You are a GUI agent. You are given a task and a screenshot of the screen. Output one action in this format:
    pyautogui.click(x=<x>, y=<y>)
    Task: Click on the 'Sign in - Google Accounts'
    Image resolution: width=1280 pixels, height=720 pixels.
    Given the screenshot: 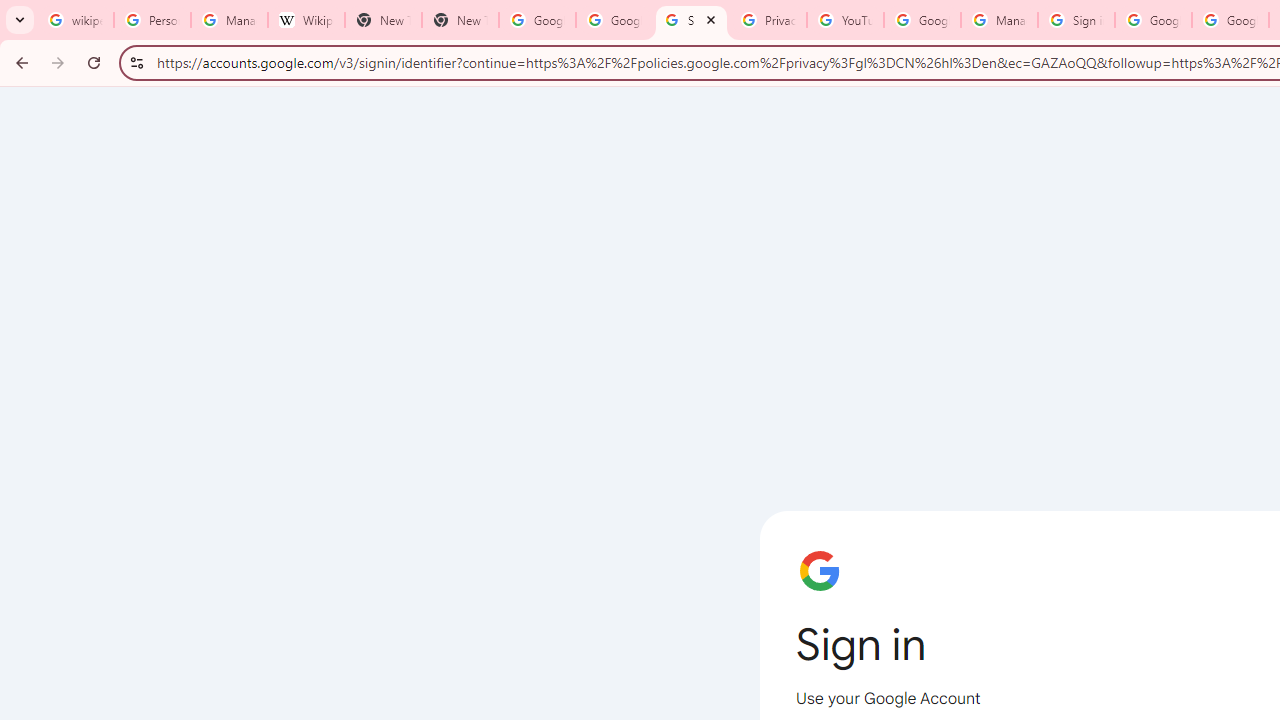 What is the action you would take?
    pyautogui.click(x=1075, y=20)
    